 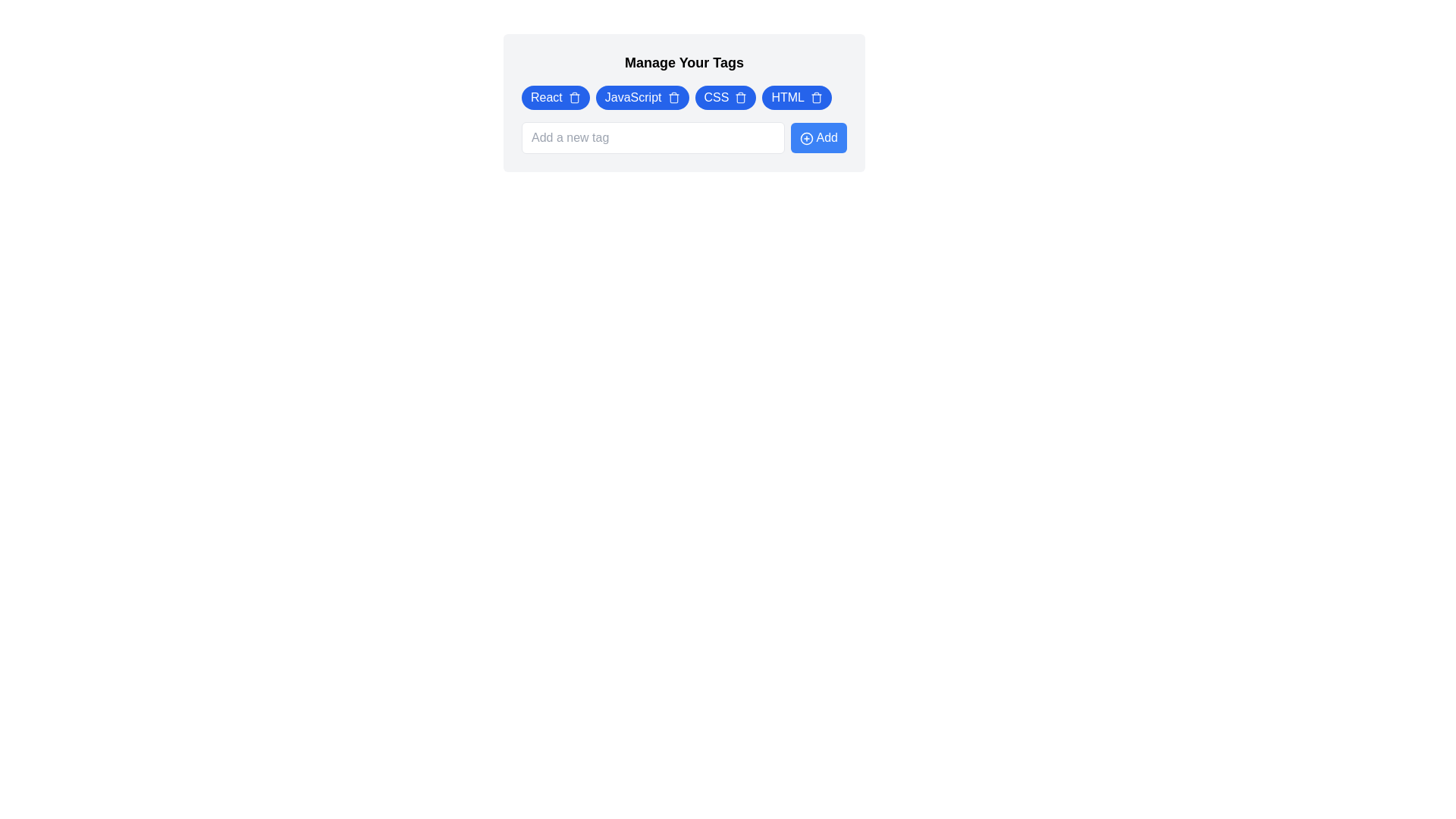 I want to click on the 'HTML' tag element, which is the last button in the horizontal sequence of blue buttons within the 'Manage Your Tags' section, so click(x=796, y=97).